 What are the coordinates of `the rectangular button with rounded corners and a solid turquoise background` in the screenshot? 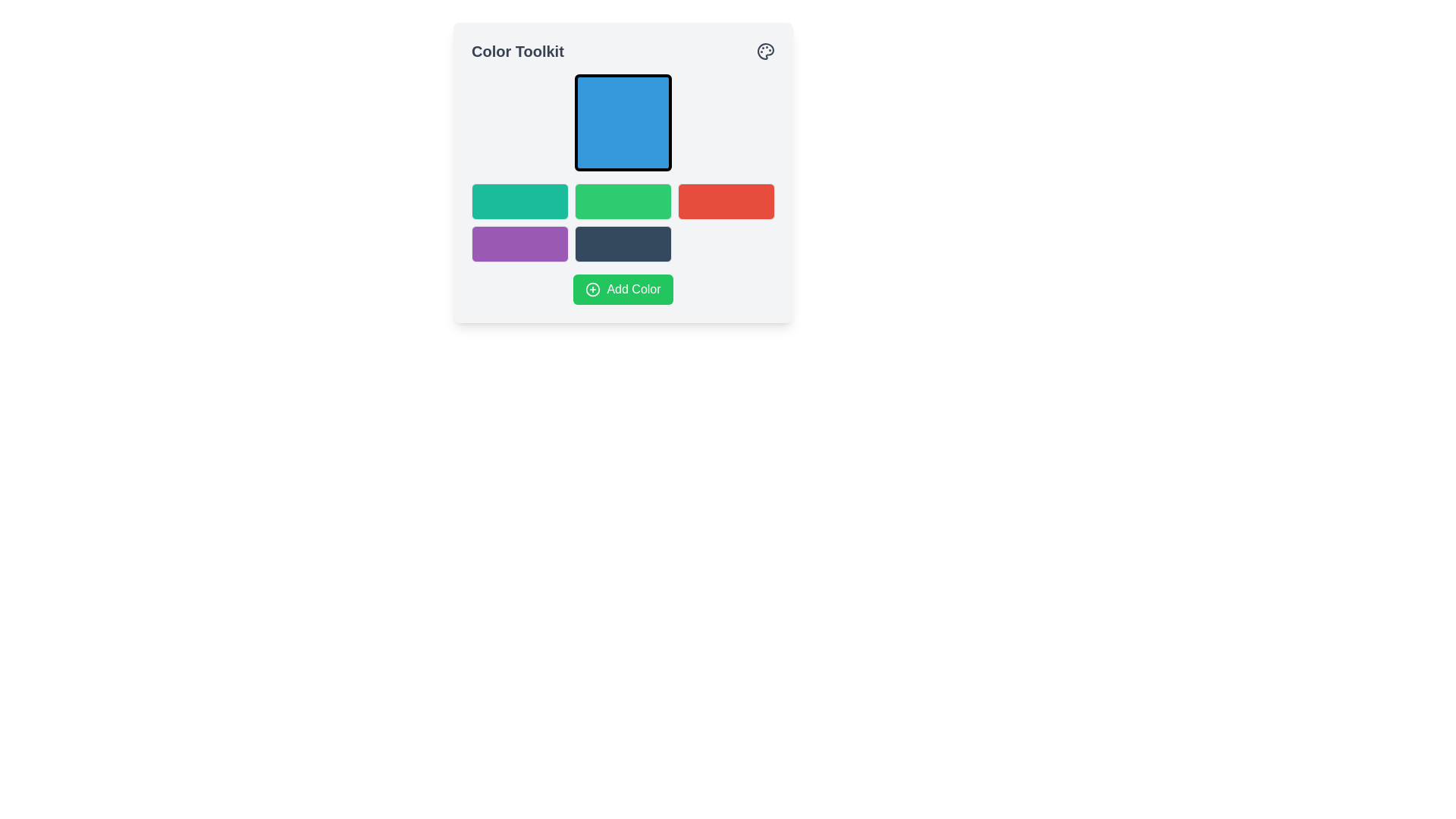 It's located at (520, 201).